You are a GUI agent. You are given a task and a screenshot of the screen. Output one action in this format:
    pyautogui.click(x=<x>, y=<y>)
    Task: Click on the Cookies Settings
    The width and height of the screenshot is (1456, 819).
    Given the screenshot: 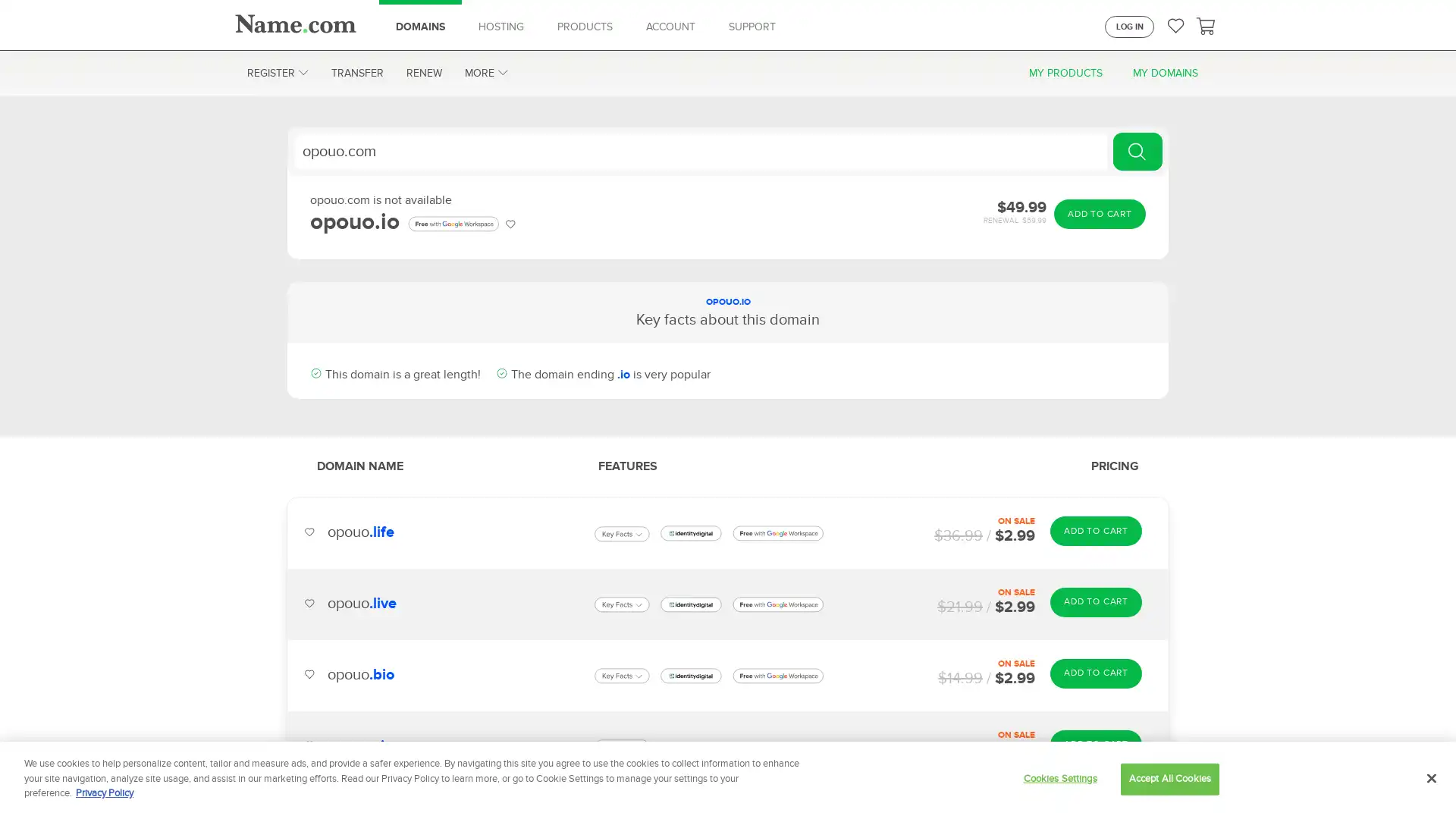 What is the action you would take?
    pyautogui.click(x=1059, y=778)
    